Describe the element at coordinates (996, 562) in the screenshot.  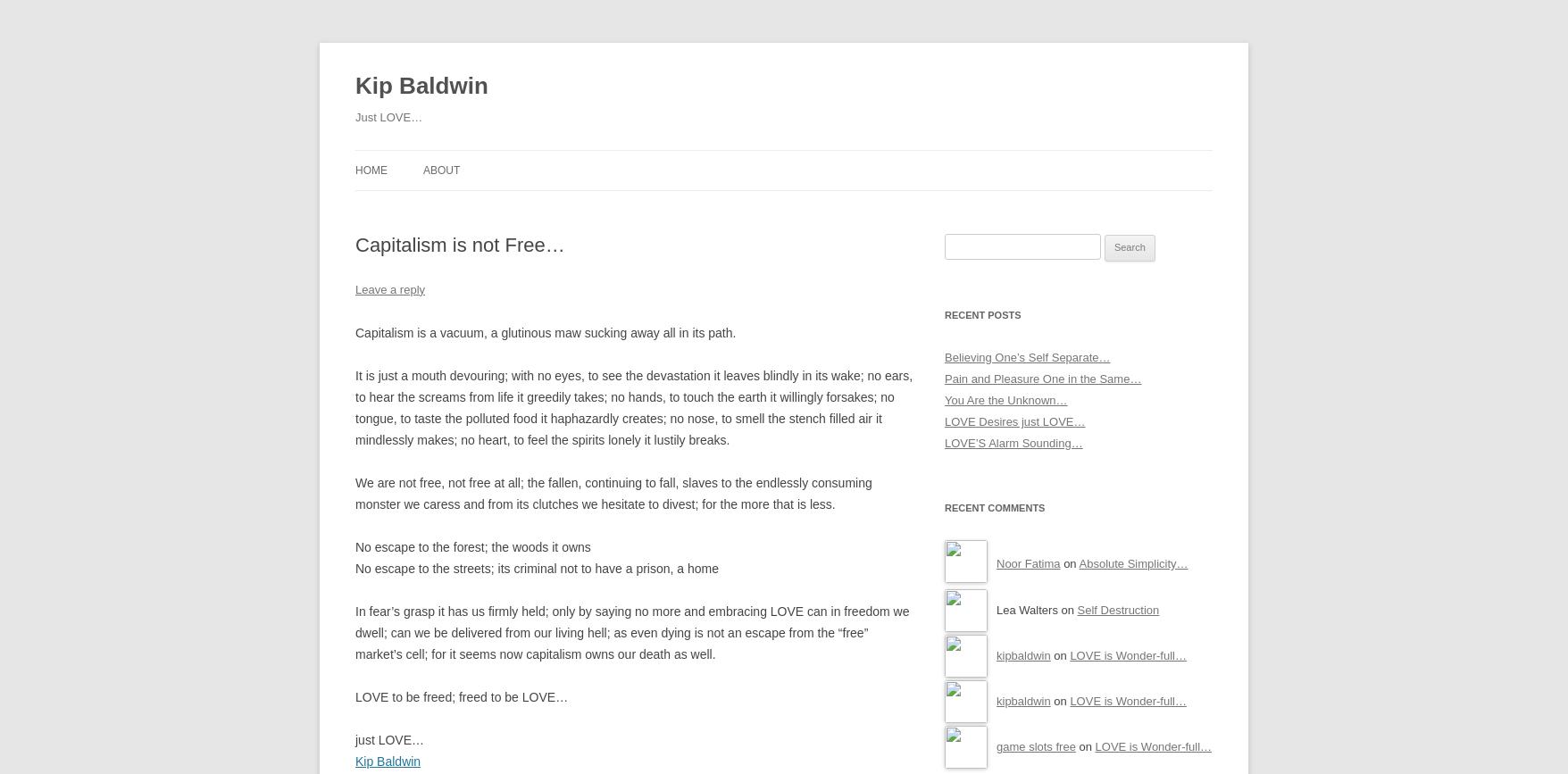
I see `'Noor Fatima'` at that location.